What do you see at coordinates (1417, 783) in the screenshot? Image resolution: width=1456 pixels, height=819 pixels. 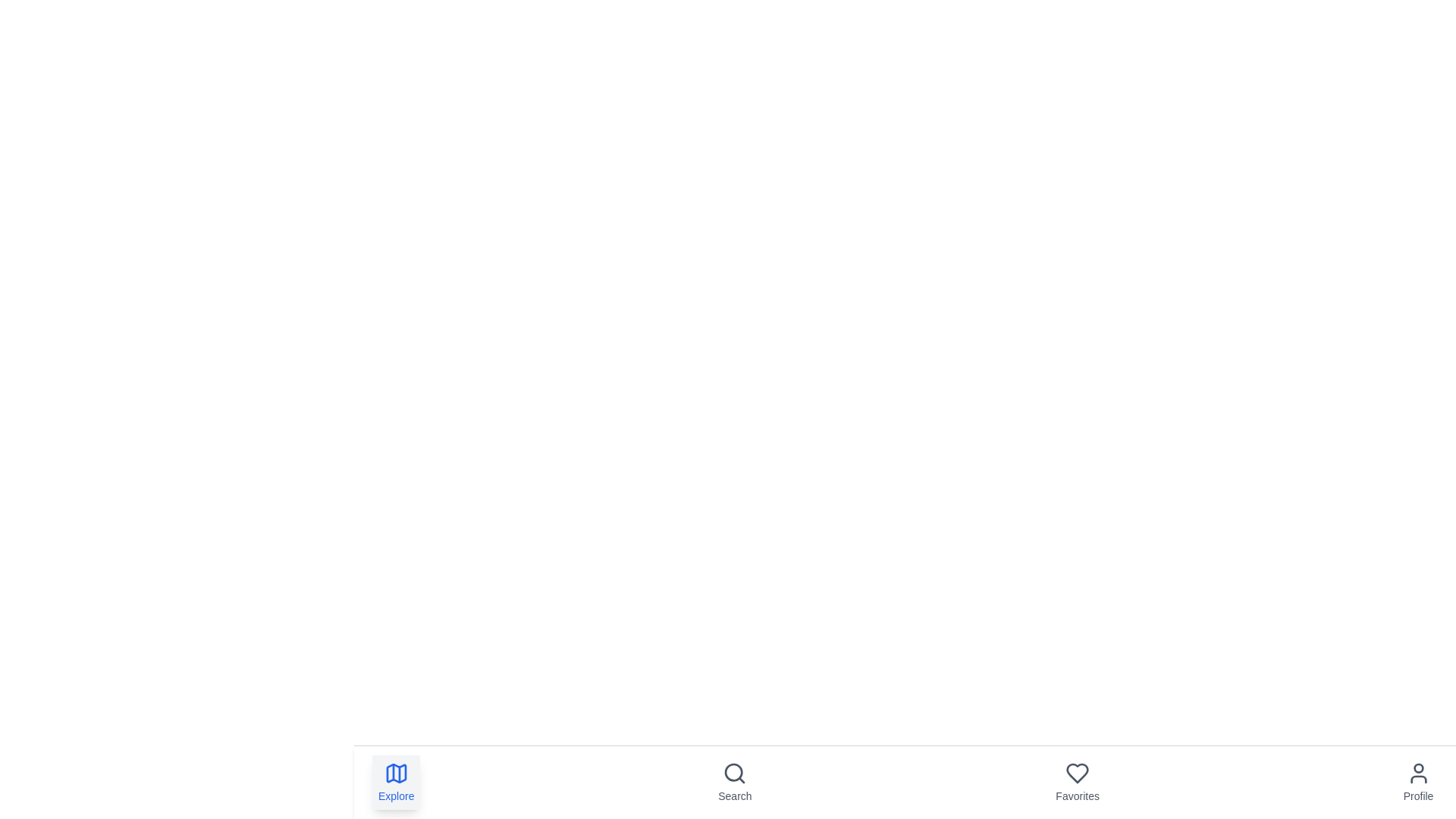 I see `the navigation item labeled Profile` at bounding box center [1417, 783].